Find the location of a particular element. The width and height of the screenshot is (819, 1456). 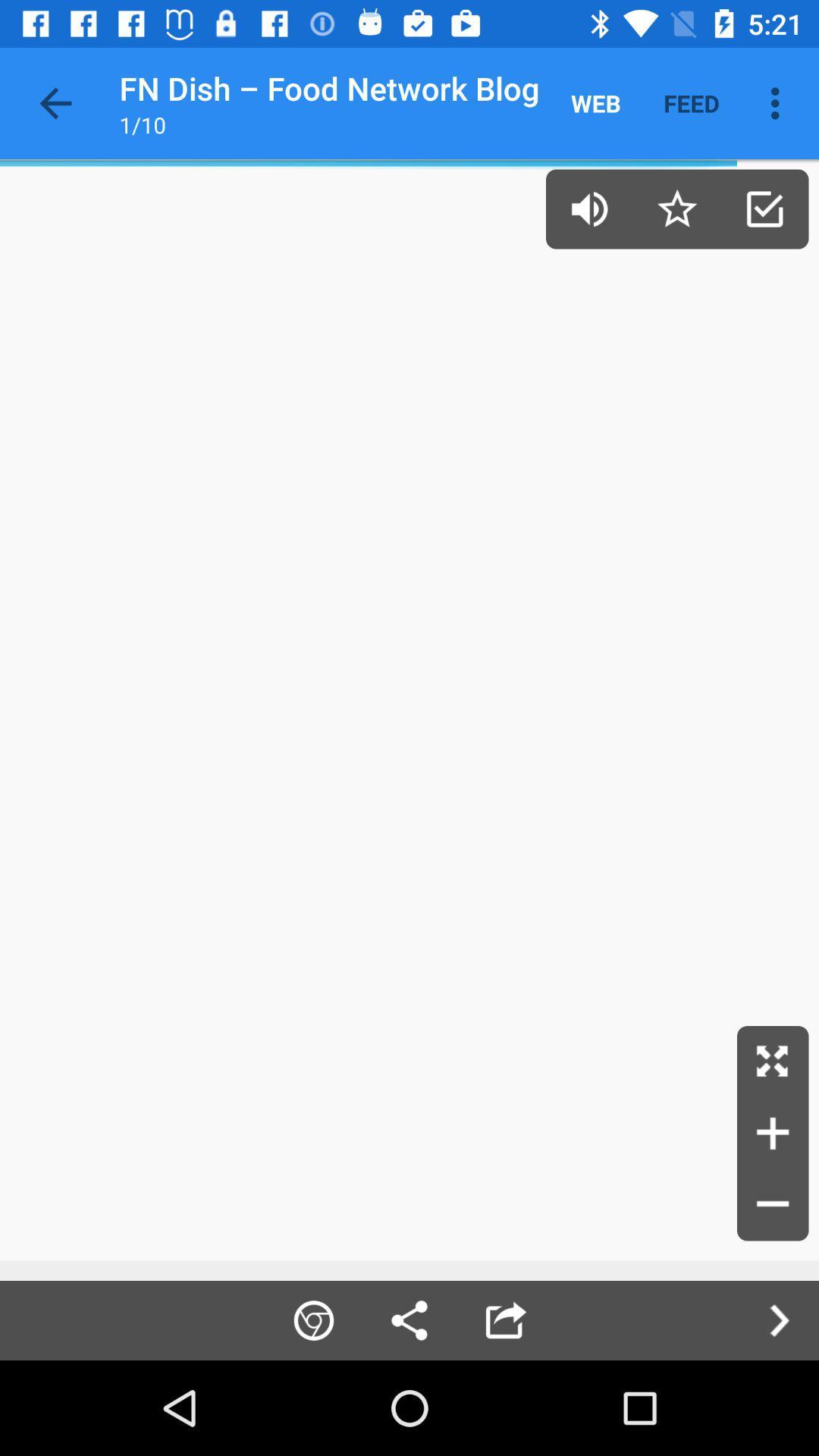

item next to feed item is located at coordinates (595, 102).